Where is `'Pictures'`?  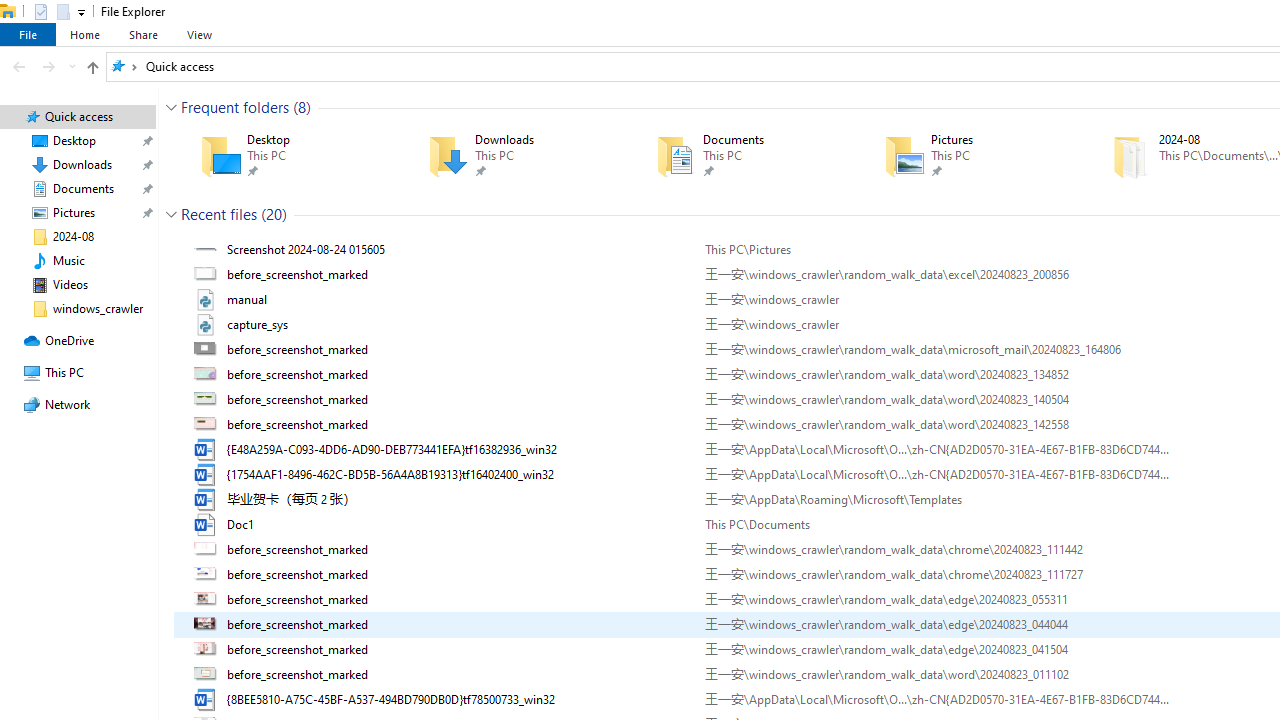 'Pictures' is located at coordinates (969, 155).